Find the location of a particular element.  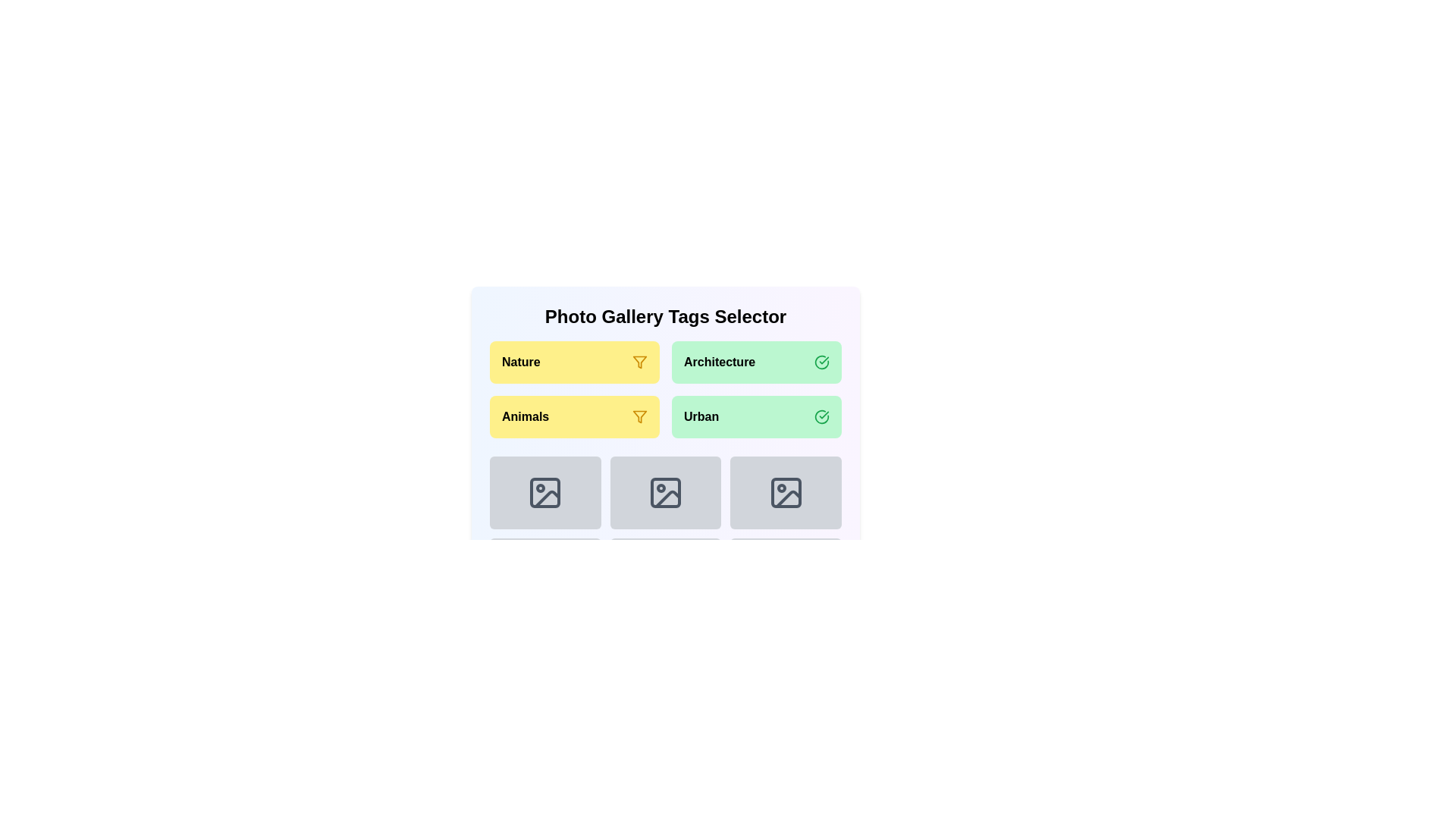

the category Urban by clicking its button is located at coordinates (757, 417).